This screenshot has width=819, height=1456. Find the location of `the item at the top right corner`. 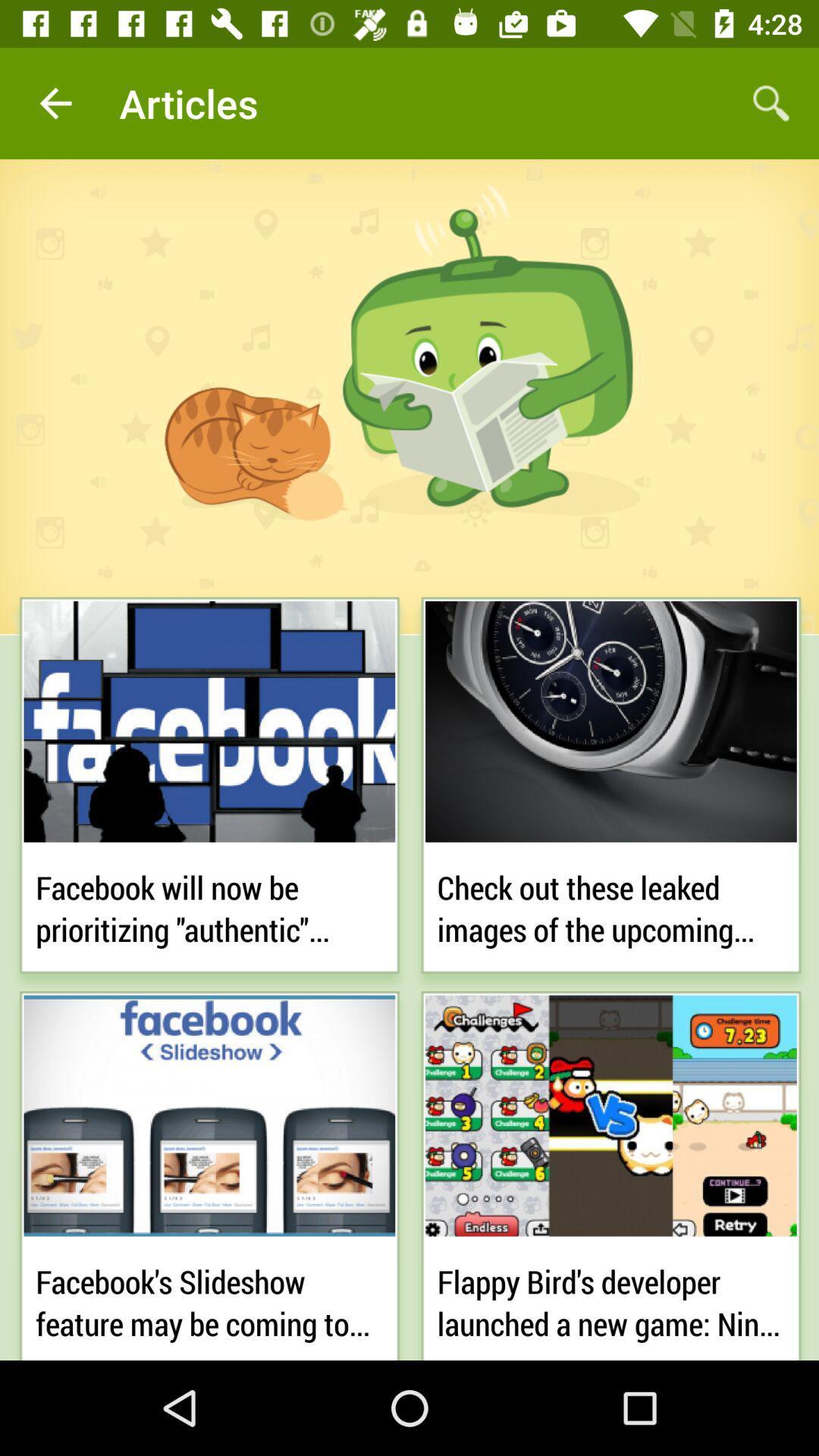

the item at the top right corner is located at coordinates (771, 102).